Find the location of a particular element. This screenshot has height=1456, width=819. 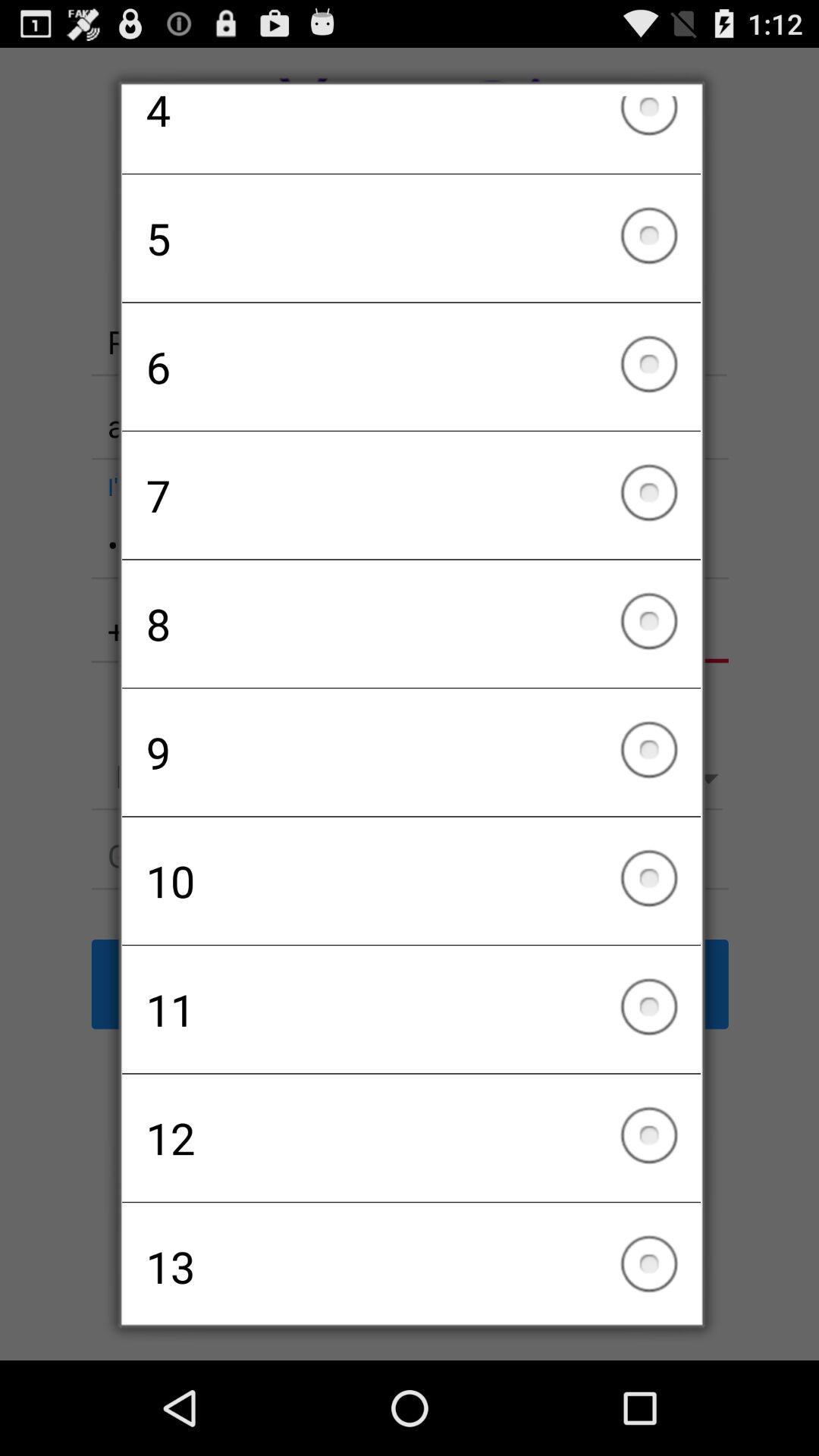

the 7 checkbox is located at coordinates (411, 495).